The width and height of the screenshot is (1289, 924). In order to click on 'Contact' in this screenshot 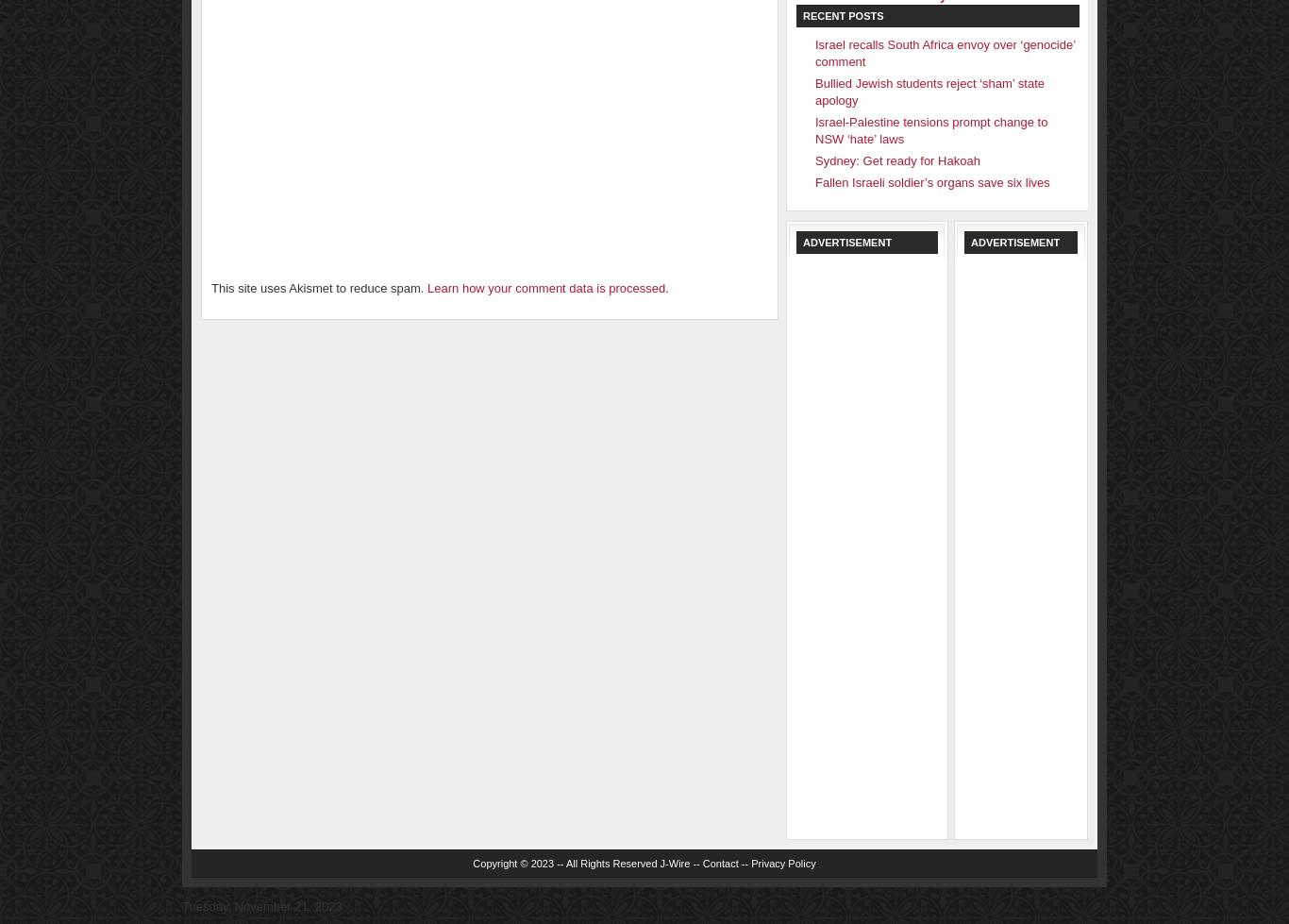, I will do `click(720, 862)`.